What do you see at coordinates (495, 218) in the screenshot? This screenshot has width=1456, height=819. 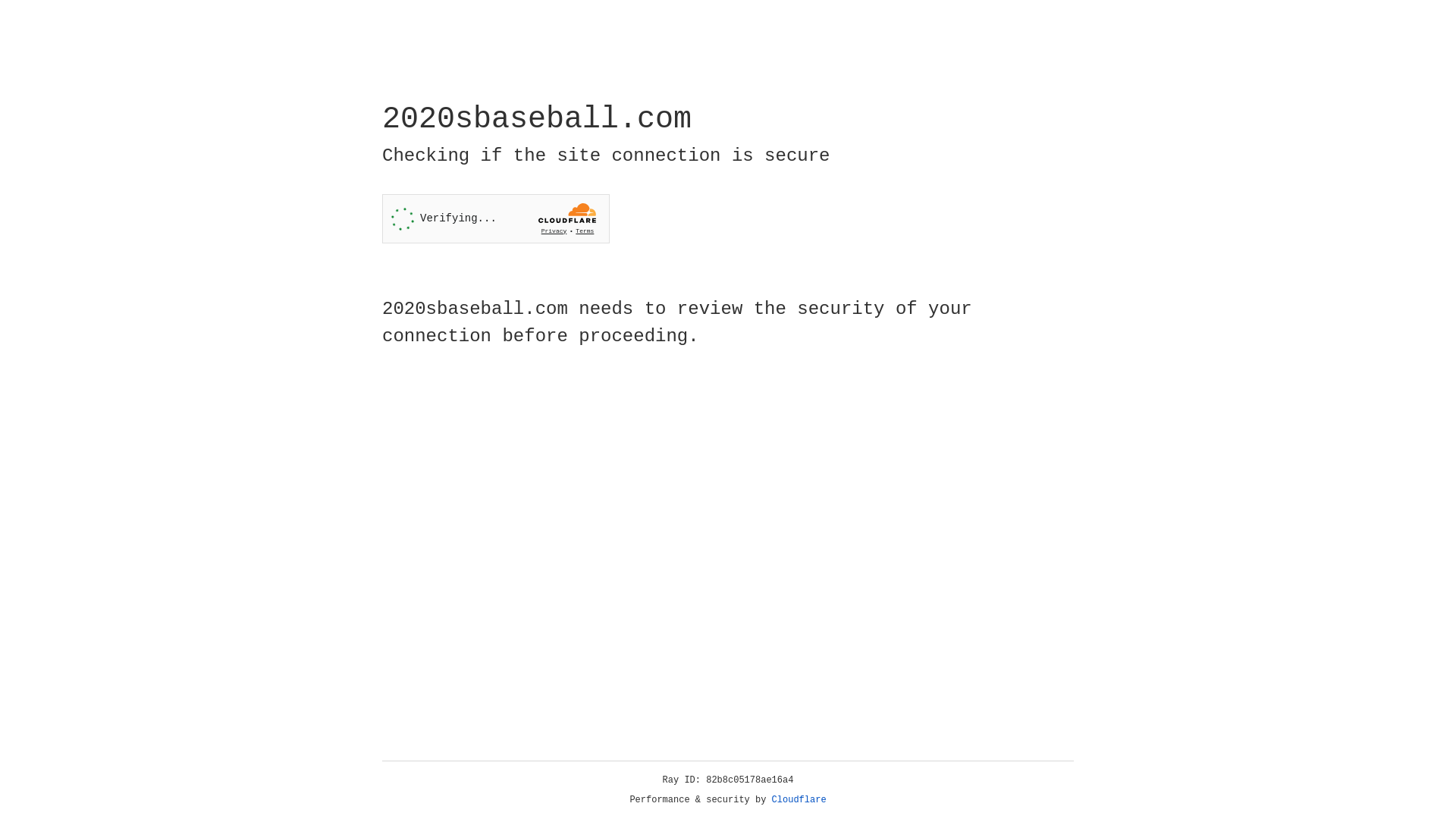 I see `'Widget containing a Cloudflare security challenge'` at bounding box center [495, 218].